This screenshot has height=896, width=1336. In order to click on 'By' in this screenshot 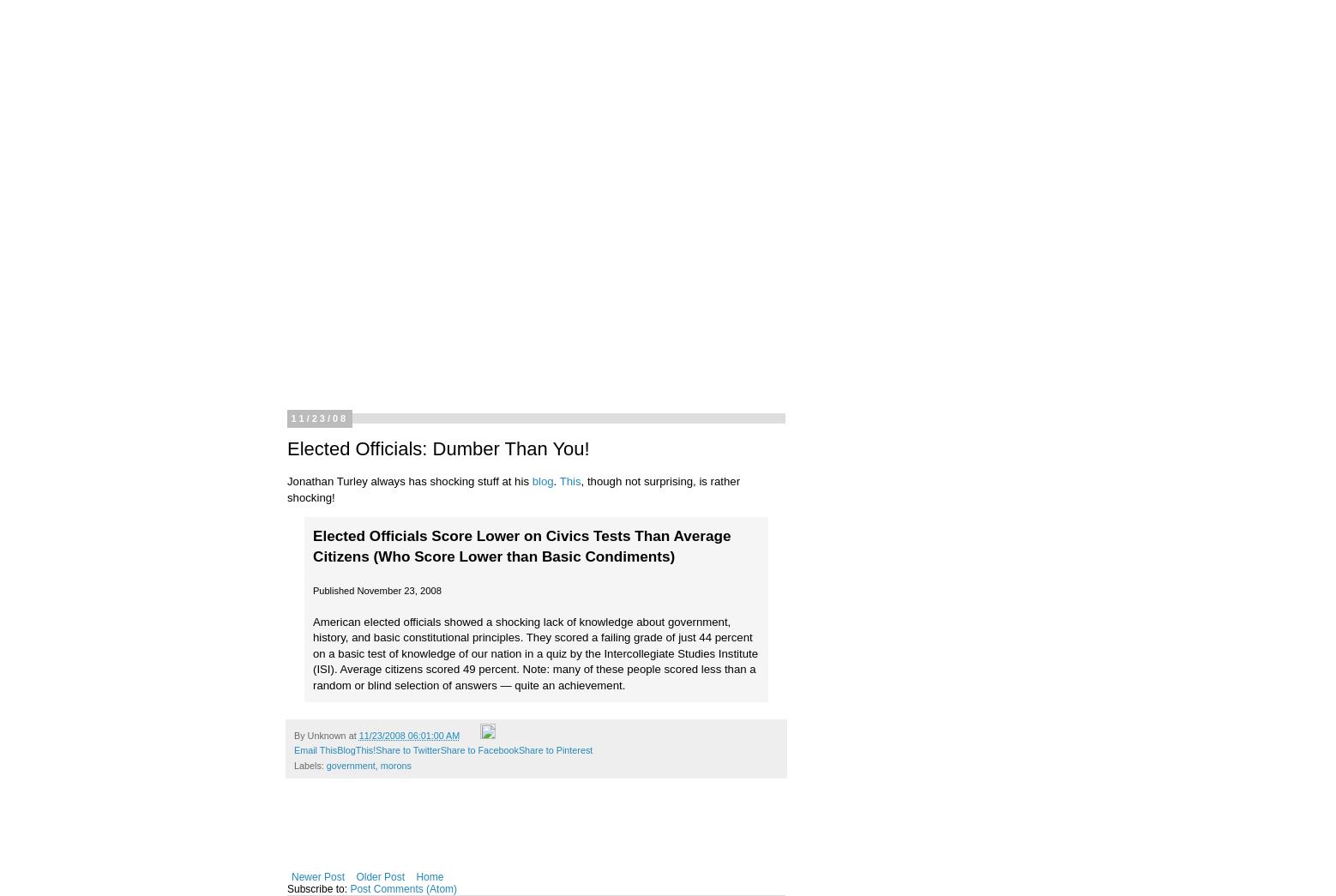, I will do `click(300, 735)`.